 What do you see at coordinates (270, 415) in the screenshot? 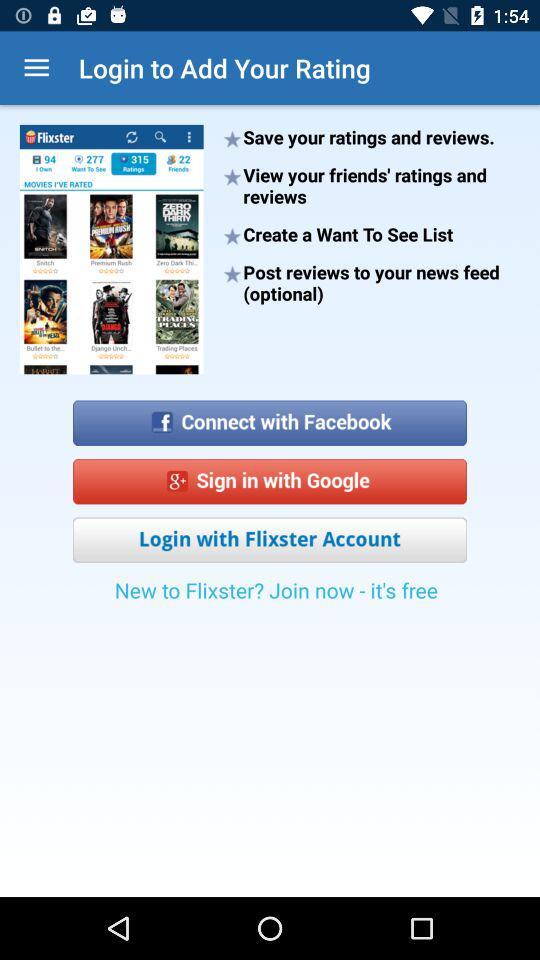
I see `sign up with facebook` at bounding box center [270, 415].